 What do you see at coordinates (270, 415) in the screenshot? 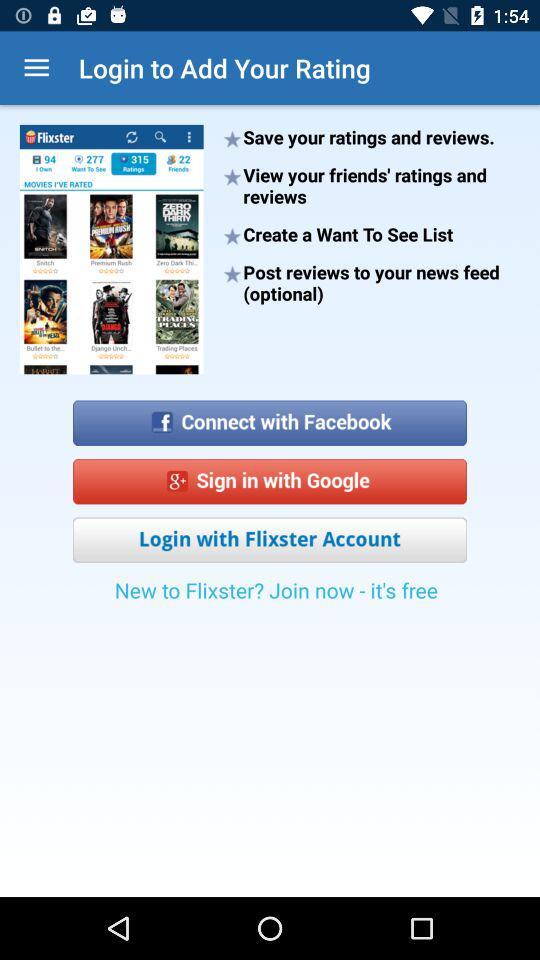
I see `sign up with facebook` at bounding box center [270, 415].